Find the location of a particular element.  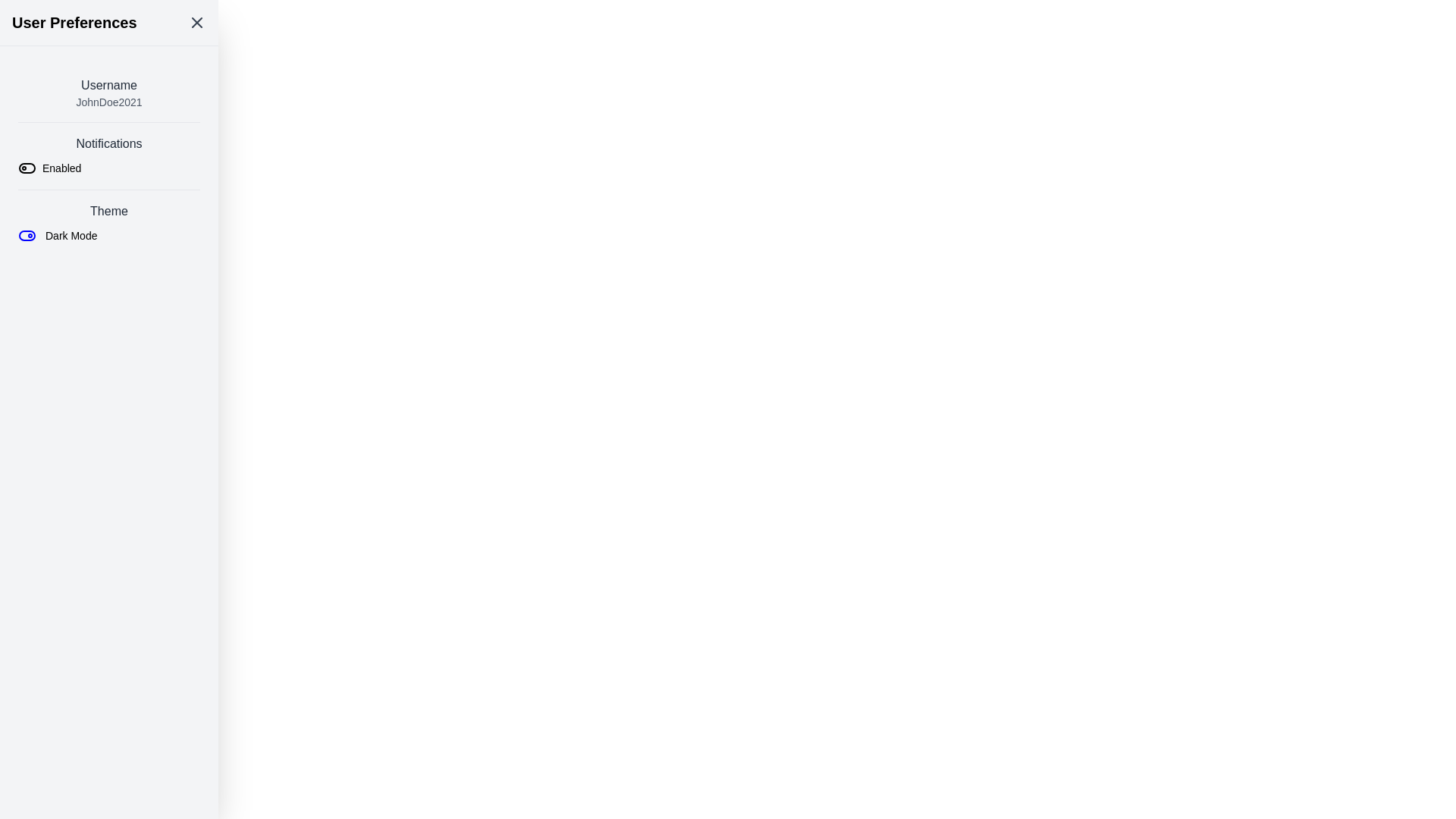

the 'X' icon in the upper right corner of the 'User Preferences' header is located at coordinates (196, 23).